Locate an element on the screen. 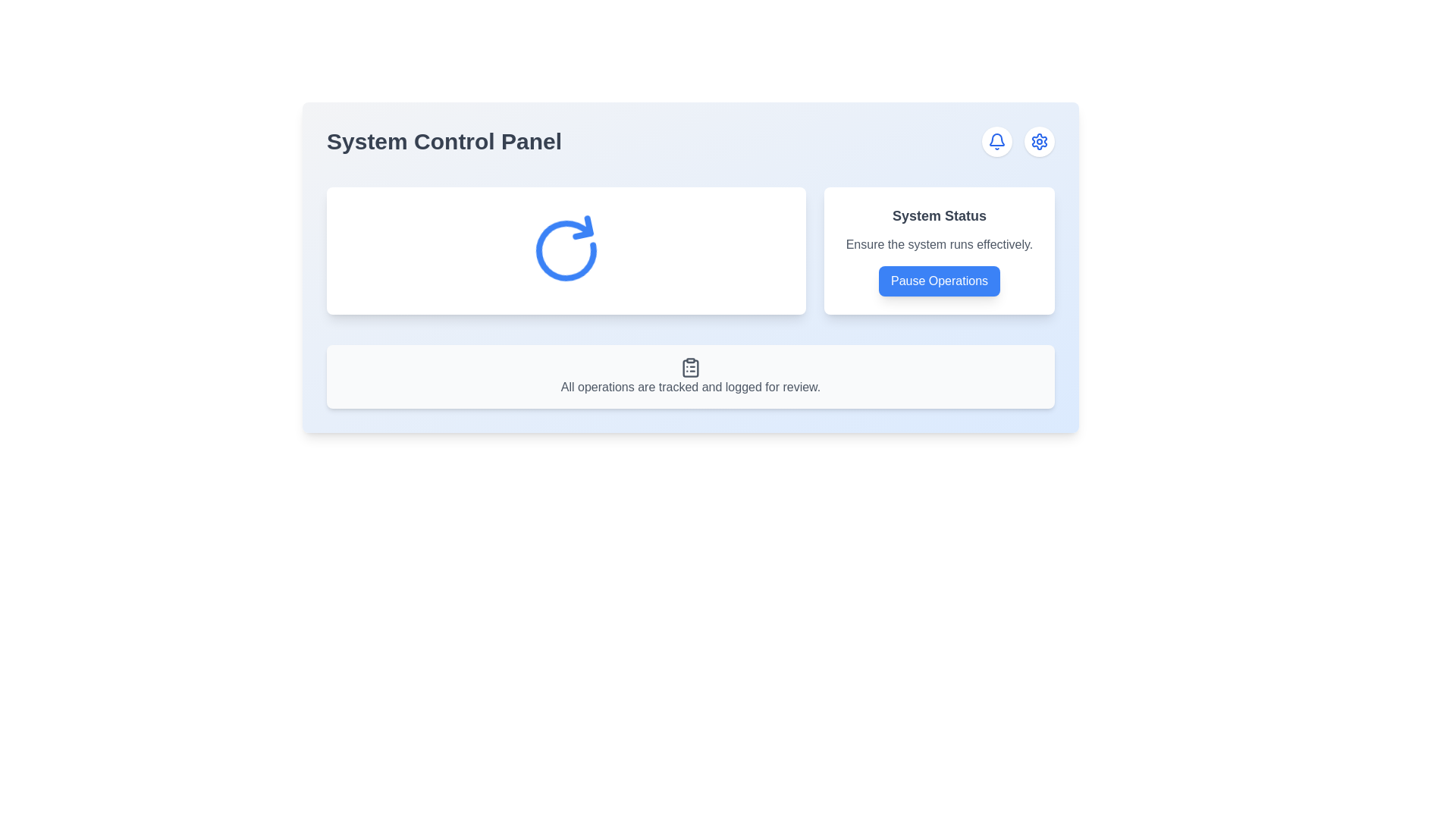 This screenshot has height=819, width=1456. the 'Pause' button located in the bottom-right area of the 'System Status' card, below the text 'Ensure the system runs effectively.' is located at coordinates (938, 281).